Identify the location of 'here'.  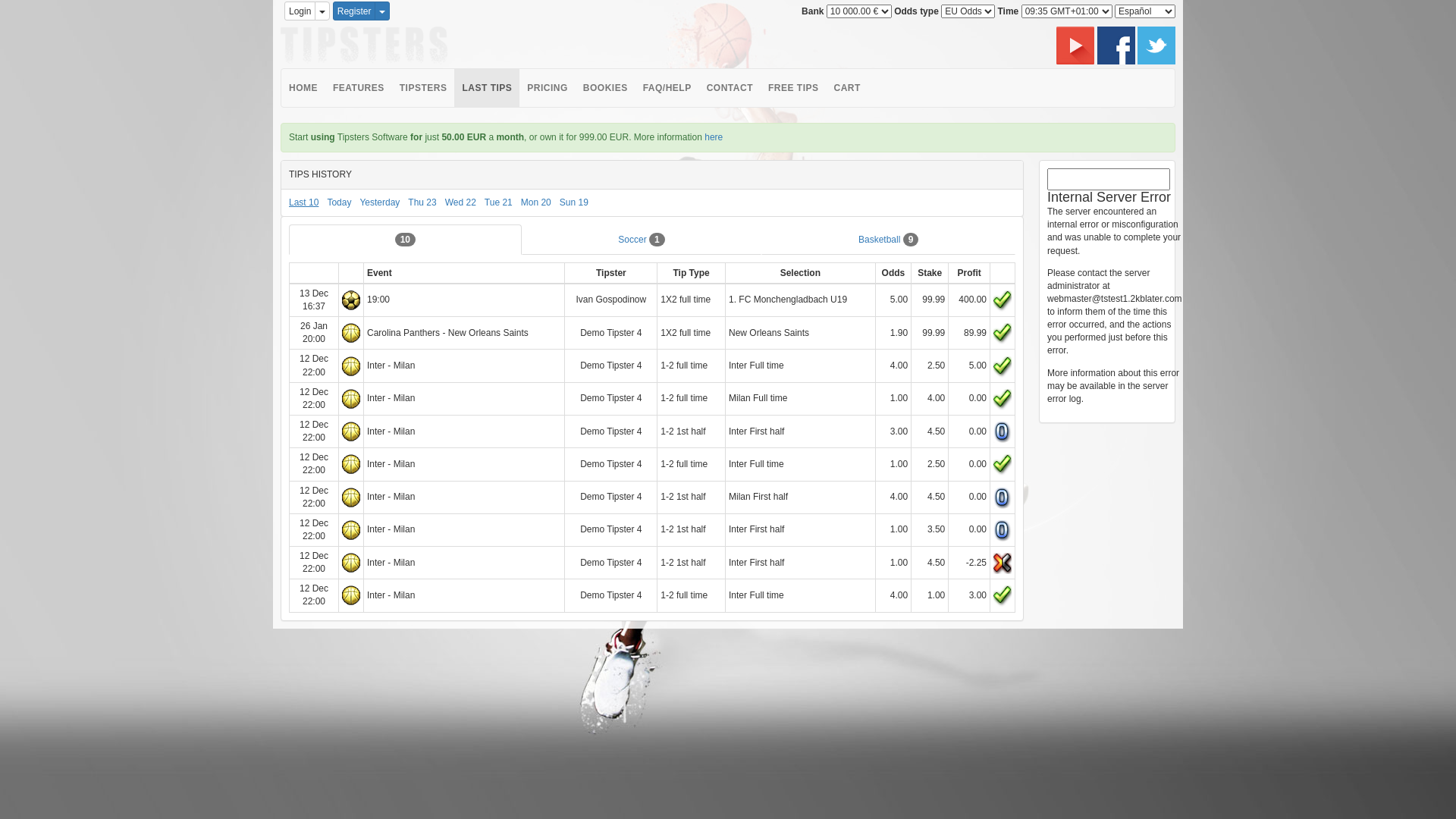
(712, 137).